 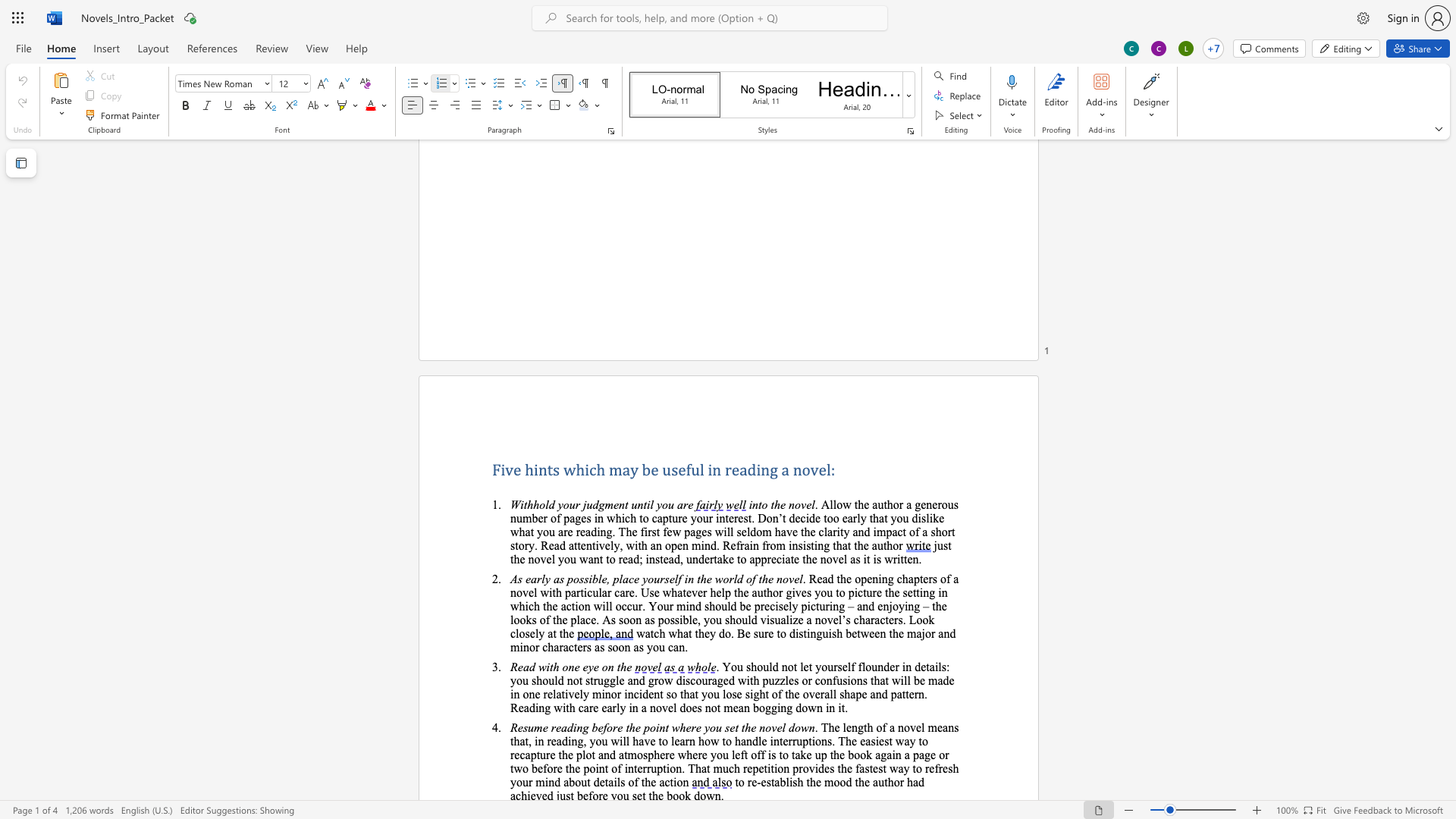 I want to click on the space between the continuous character "a" and "r" in the text, so click(x=557, y=647).